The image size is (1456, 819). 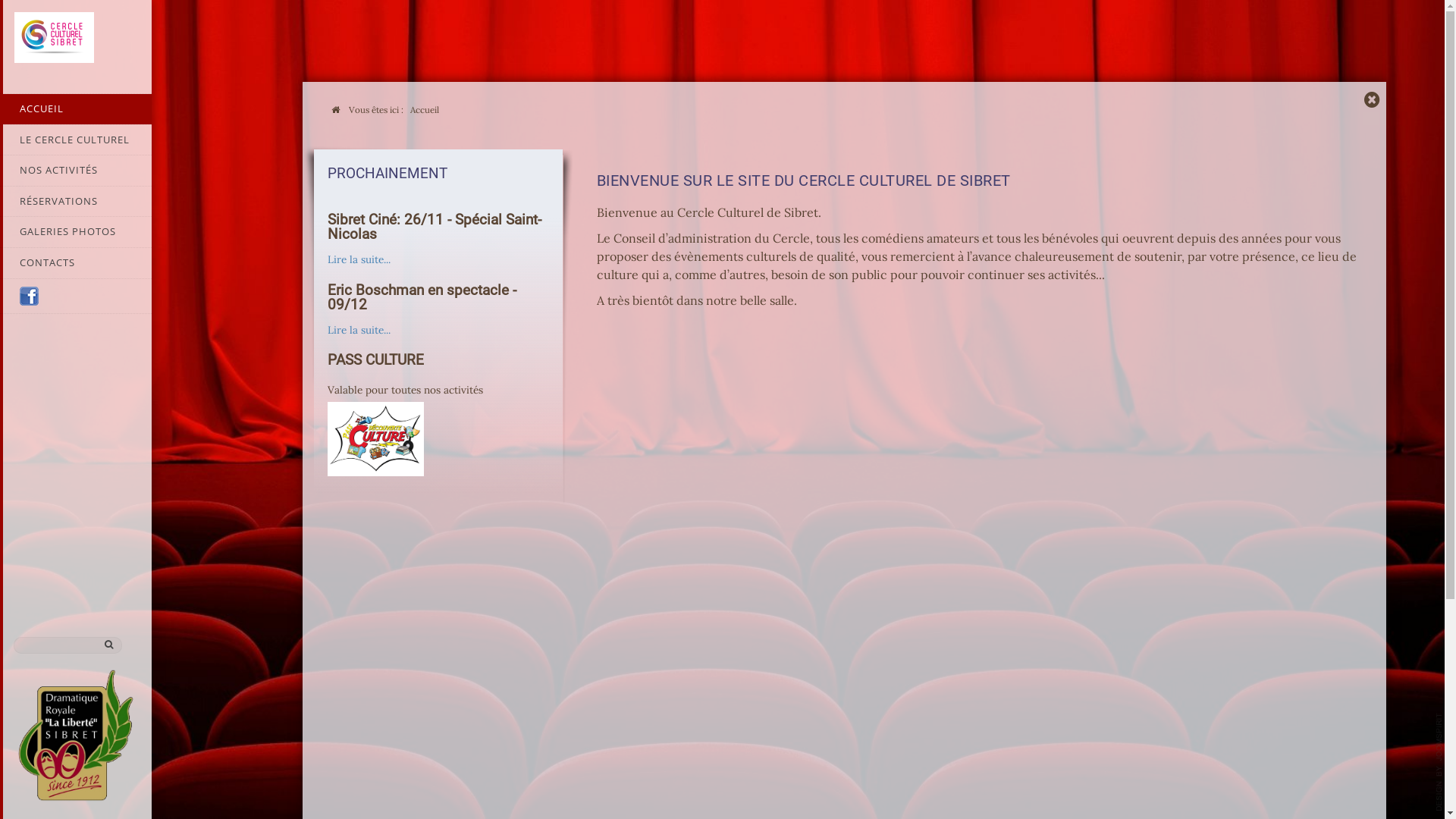 What do you see at coordinates (358, 259) in the screenshot?
I see `'Lire la suite...'` at bounding box center [358, 259].